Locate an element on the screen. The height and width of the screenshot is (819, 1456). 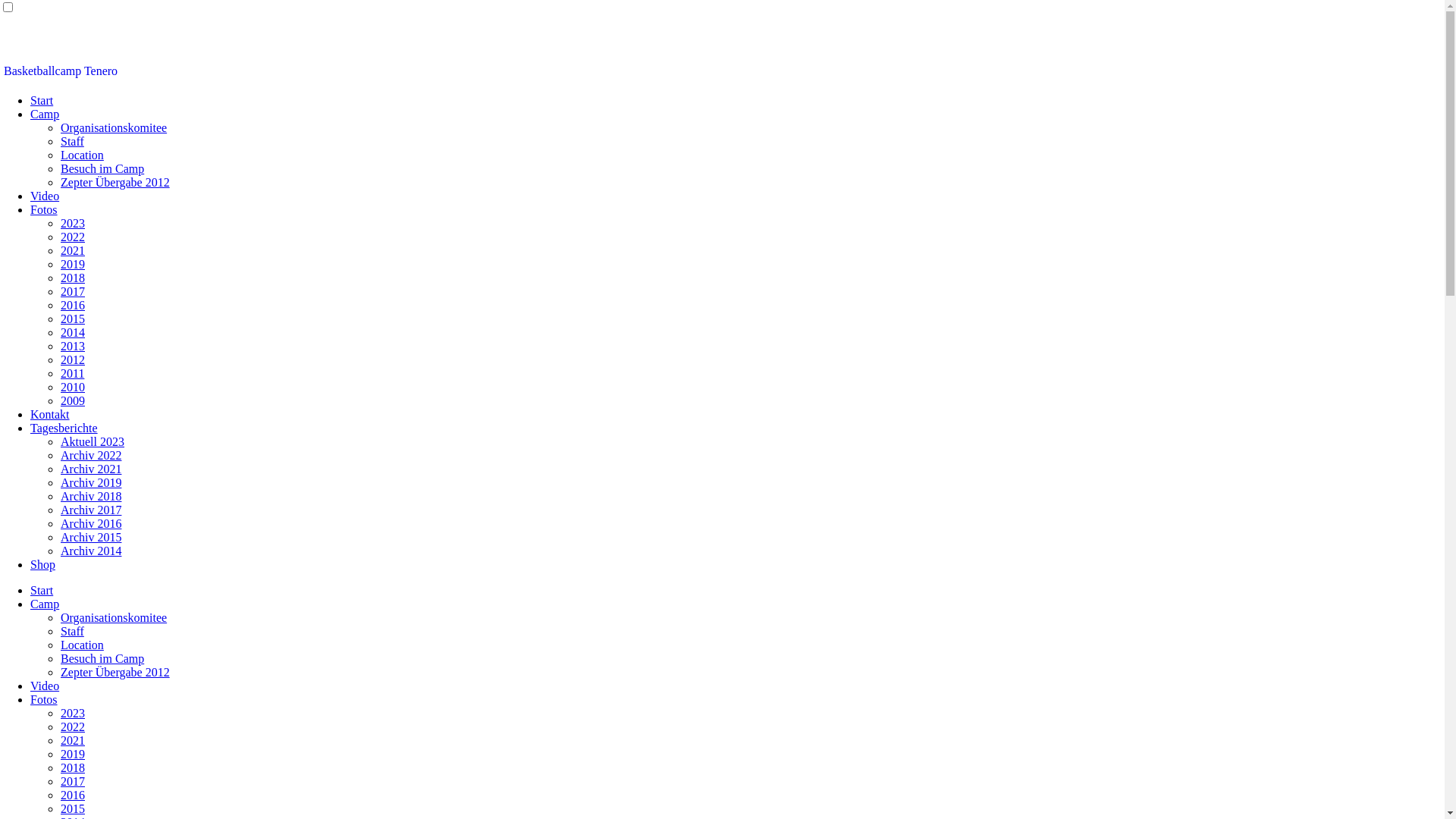
'Kontakt' is located at coordinates (50, 414).